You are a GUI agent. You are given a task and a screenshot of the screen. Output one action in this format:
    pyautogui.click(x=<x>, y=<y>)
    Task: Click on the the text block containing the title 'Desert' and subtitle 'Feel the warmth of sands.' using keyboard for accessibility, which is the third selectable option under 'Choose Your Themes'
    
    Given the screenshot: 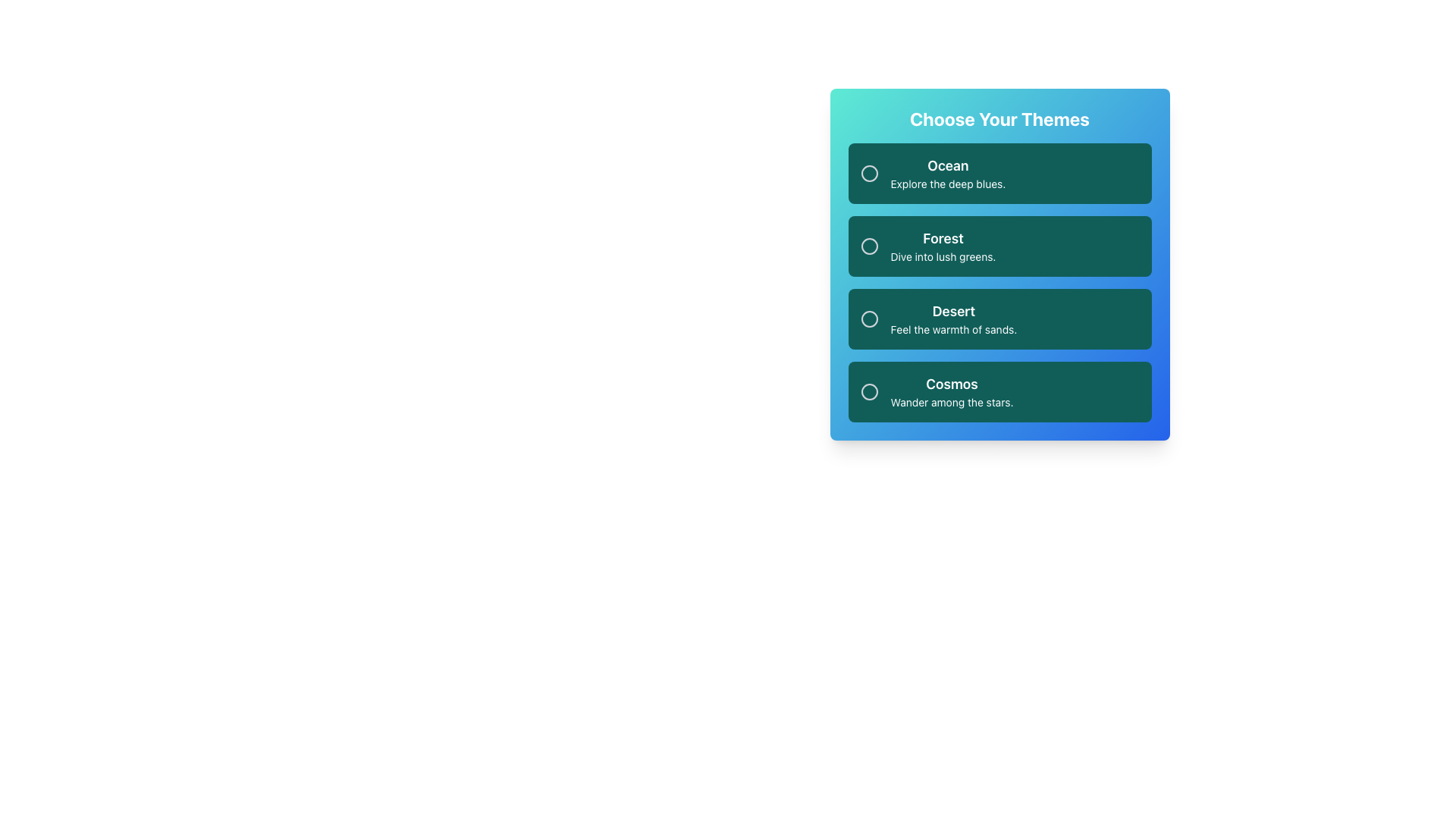 What is the action you would take?
    pyautogui.click(x=952, y=318)
    